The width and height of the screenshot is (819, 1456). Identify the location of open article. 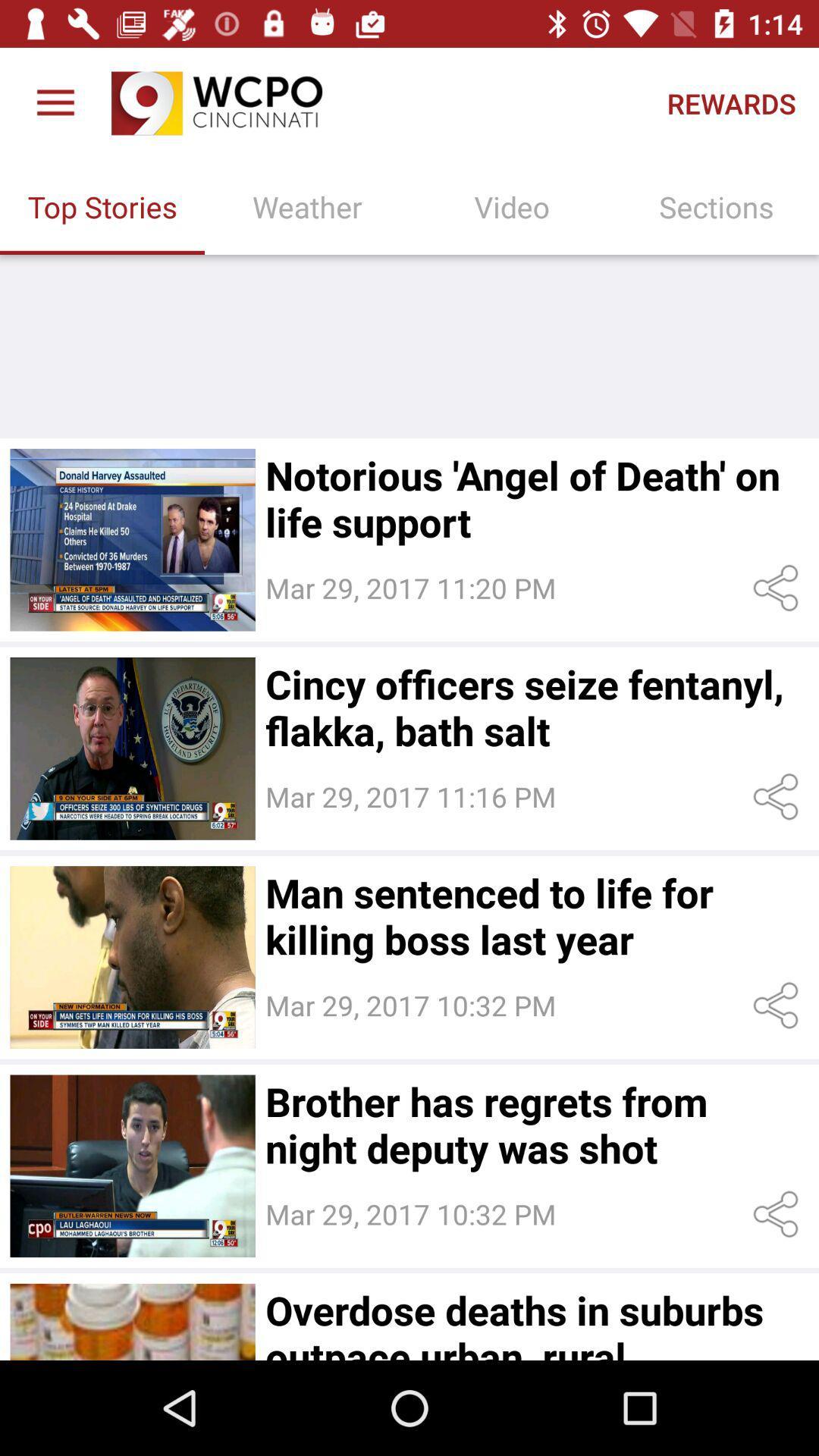
(132, 956).